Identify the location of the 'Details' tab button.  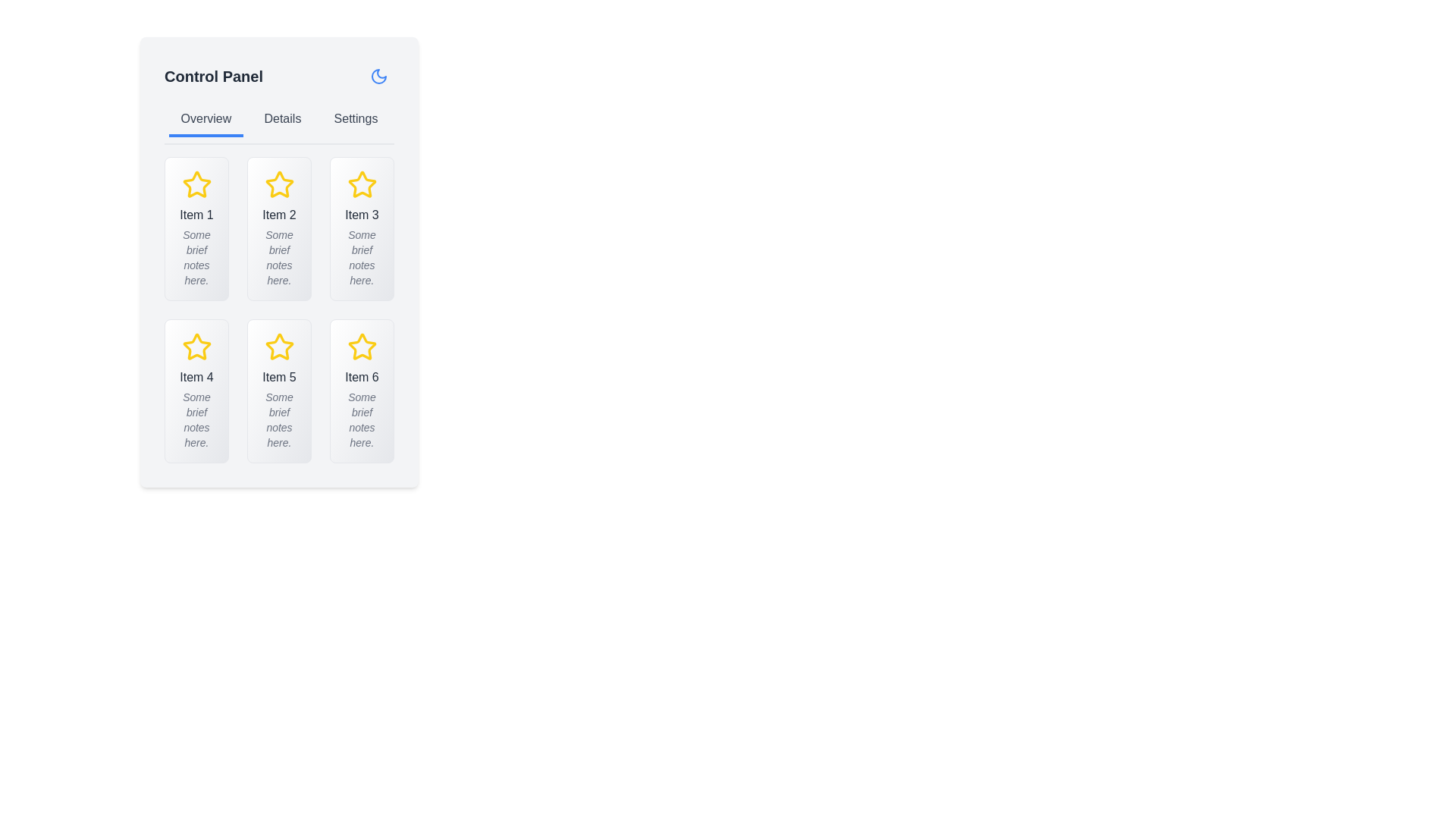
(282, 119).